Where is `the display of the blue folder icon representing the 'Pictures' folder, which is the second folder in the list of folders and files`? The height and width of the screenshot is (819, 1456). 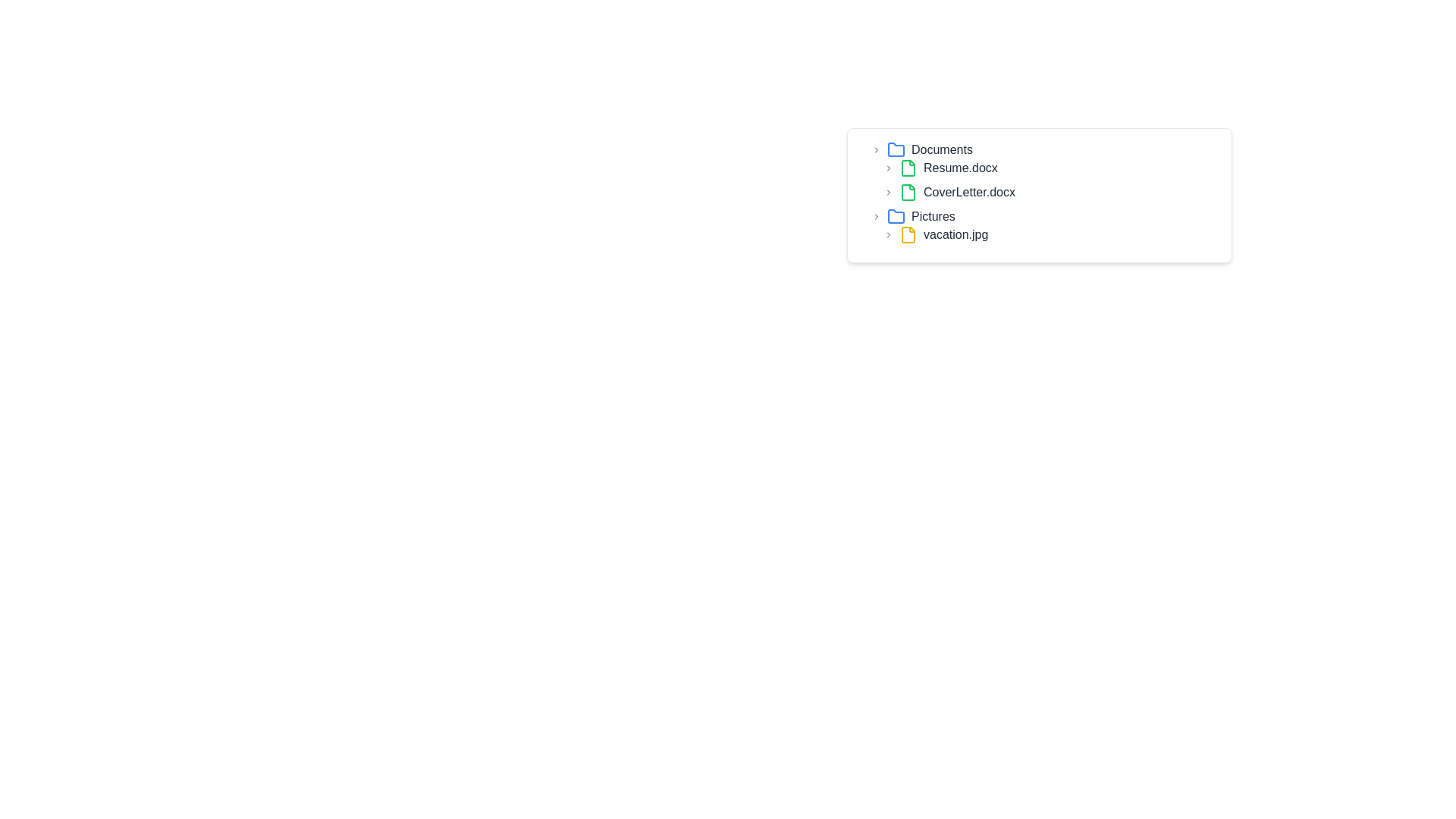 the display of the blue folder icon representing the 'Pictures' folder, which is the second folder in the list of folders and files is located at coordinates (896, 216).